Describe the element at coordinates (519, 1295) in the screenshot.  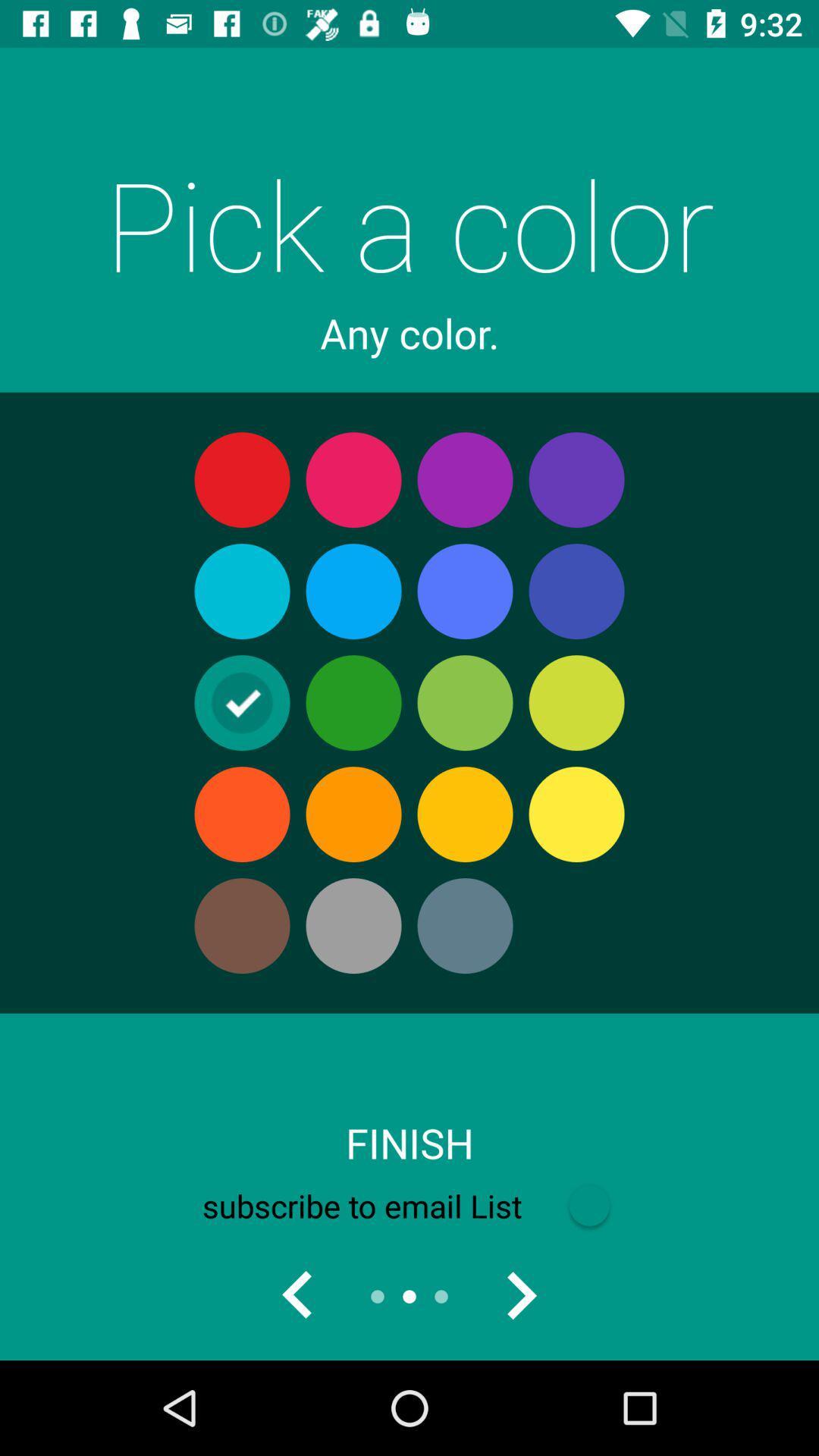
I see `item below the subscribe to email` at that location.